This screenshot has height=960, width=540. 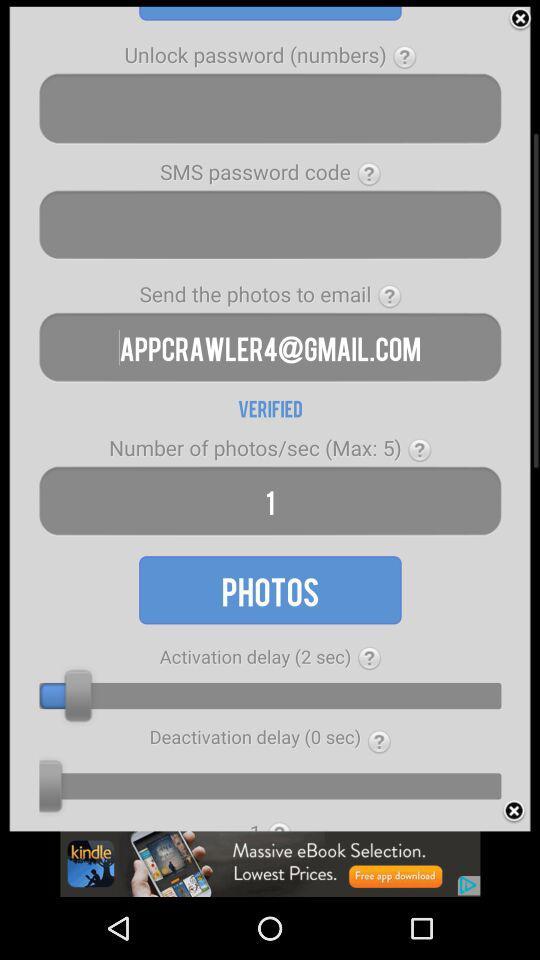 What do you see at coordinates (379, 741) in the screenshot?
I see `the first question mark from the bottom of the page` at bounding box center [379, 741].